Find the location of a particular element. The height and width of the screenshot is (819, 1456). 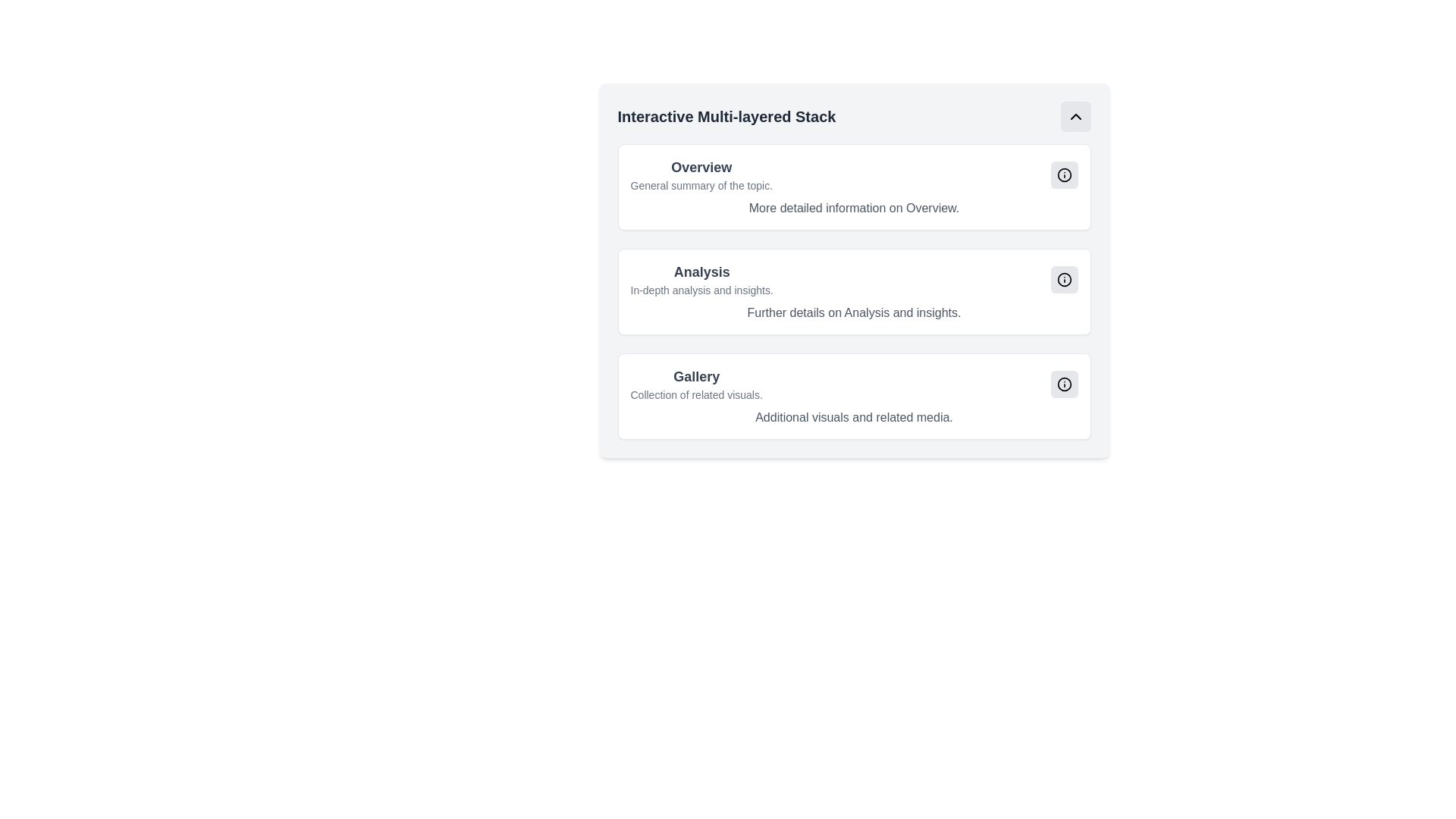

the static text element reading 'In-depth analysis and insights.' which is a smaller gray font located directly below the main heading 'Analysis.' is located at coordinates (701, 290).